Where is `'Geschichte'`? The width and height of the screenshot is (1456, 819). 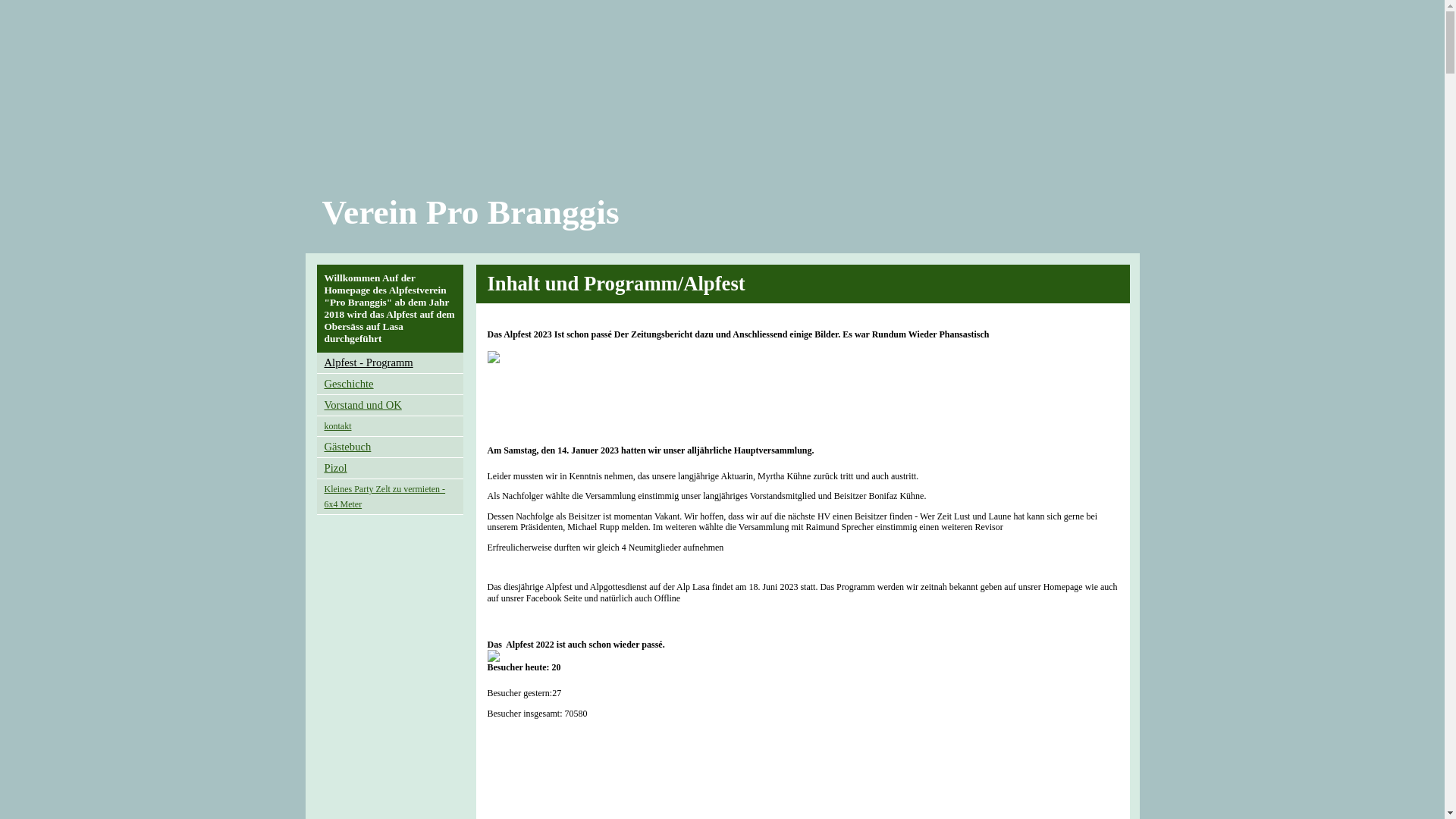
'Geschichte' is located at coordinates (348, 383).